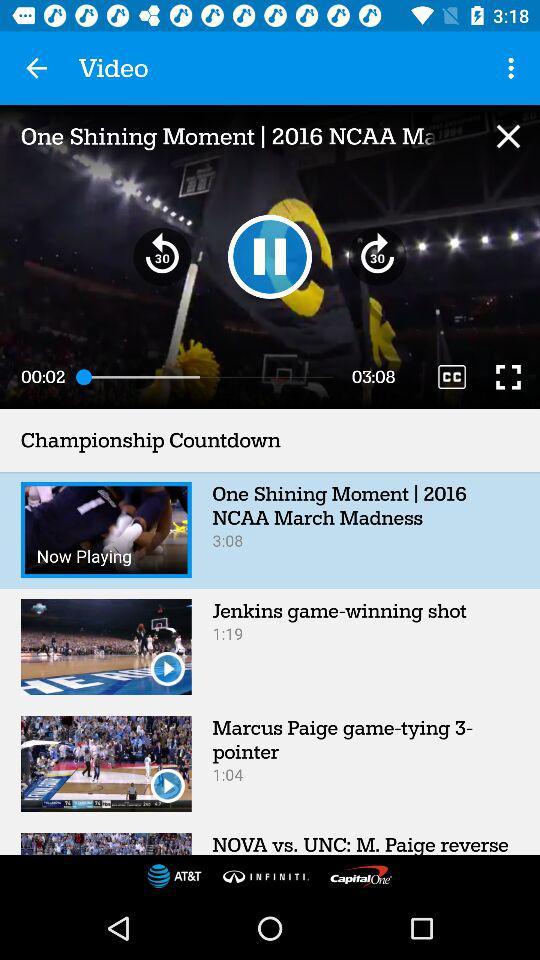 Image resolution: width=540 pixels, height=960 pixels. Describe the element at coordinates (508, 135) in the screenshot. I see `the icon next to one shining moment icon` at that location.